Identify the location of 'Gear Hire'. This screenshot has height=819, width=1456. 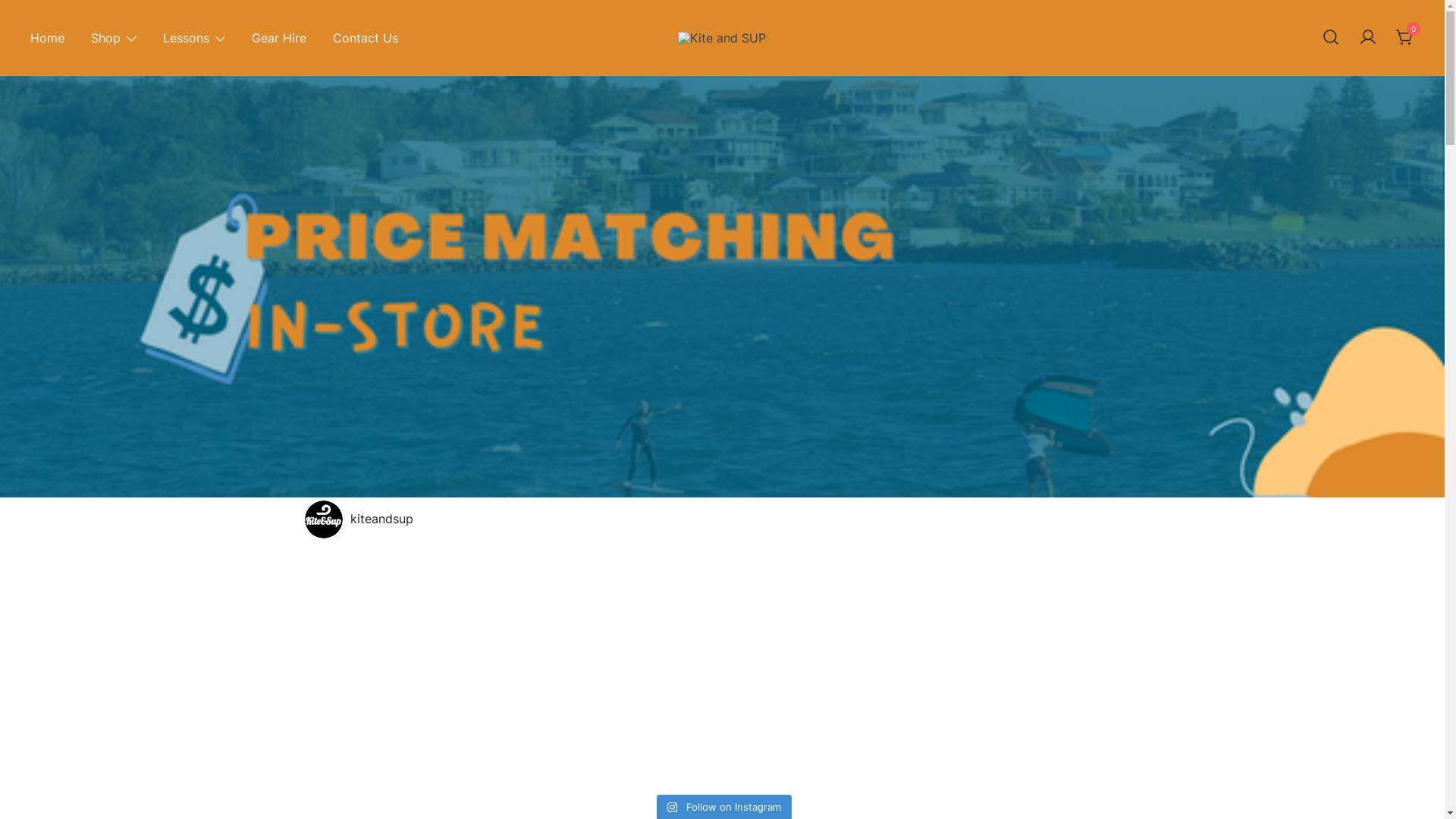
(279, 37).